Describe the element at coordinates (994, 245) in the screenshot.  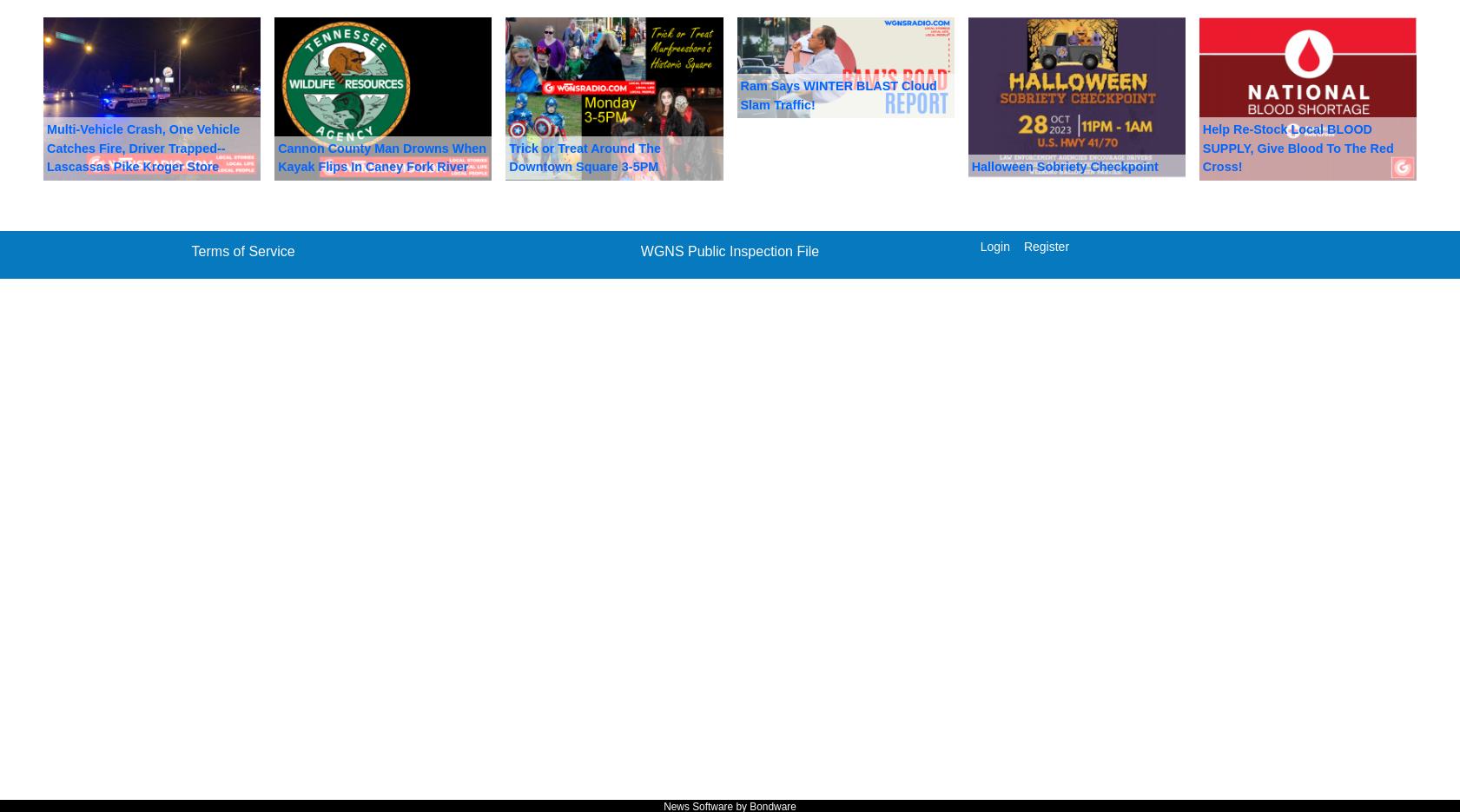
I see `'Login'` at that location.